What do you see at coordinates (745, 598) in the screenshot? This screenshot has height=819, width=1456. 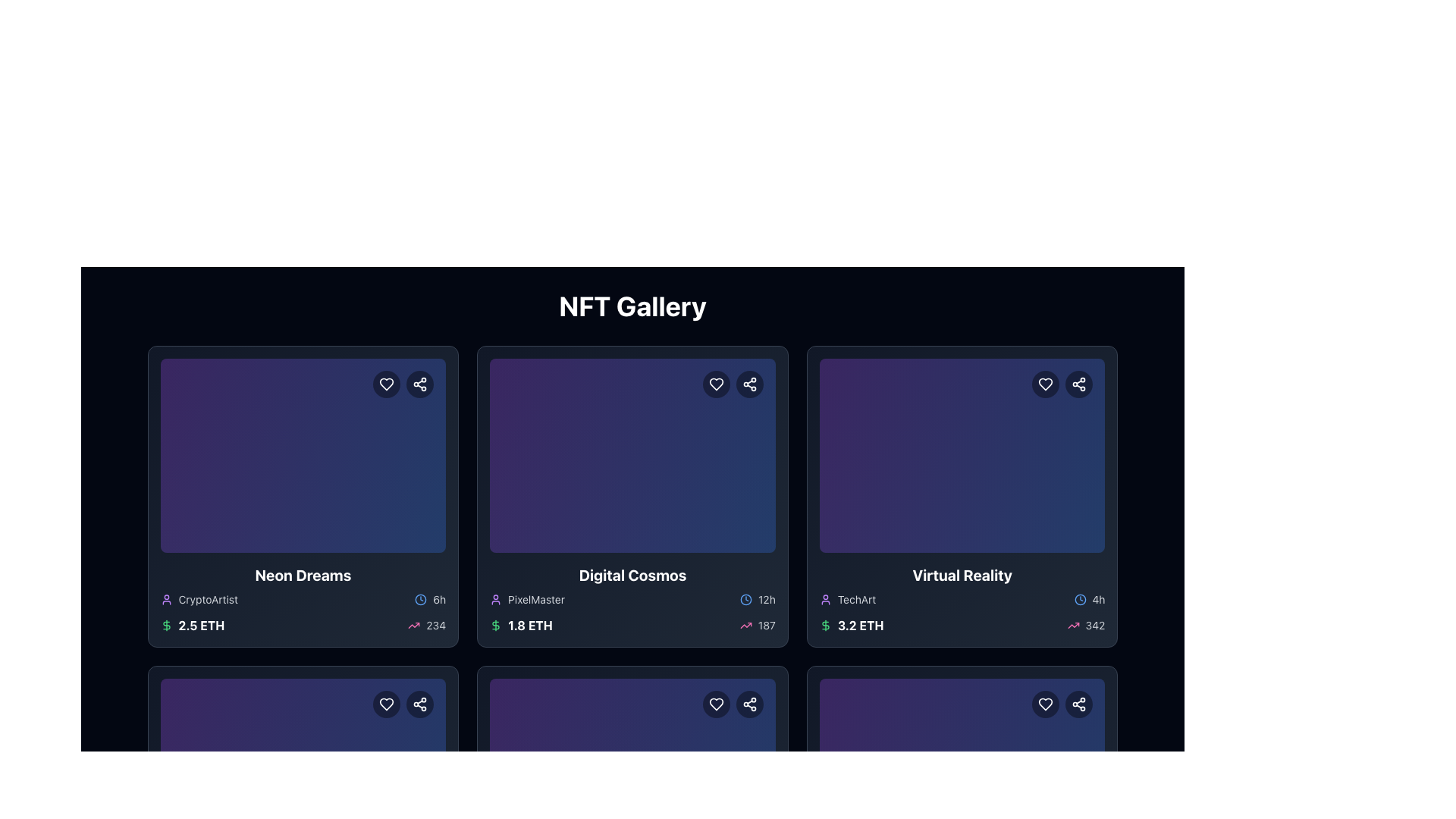 I see `the decorative clock face element located at the top-right corner inside the 'Digital Cosmos' card, which symbolizes the clock's time tracking` at bounding box center [745, 598].